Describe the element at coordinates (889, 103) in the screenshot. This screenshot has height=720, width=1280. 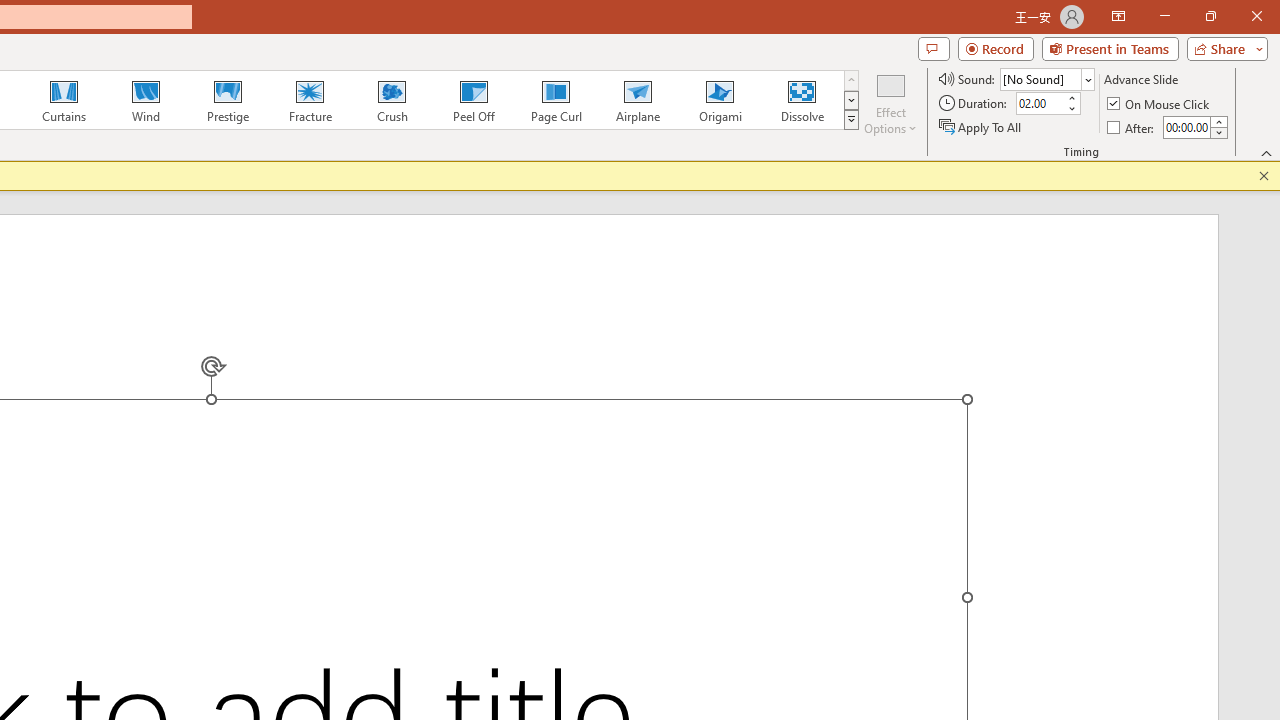
I see `'Effect Options'` at that location.